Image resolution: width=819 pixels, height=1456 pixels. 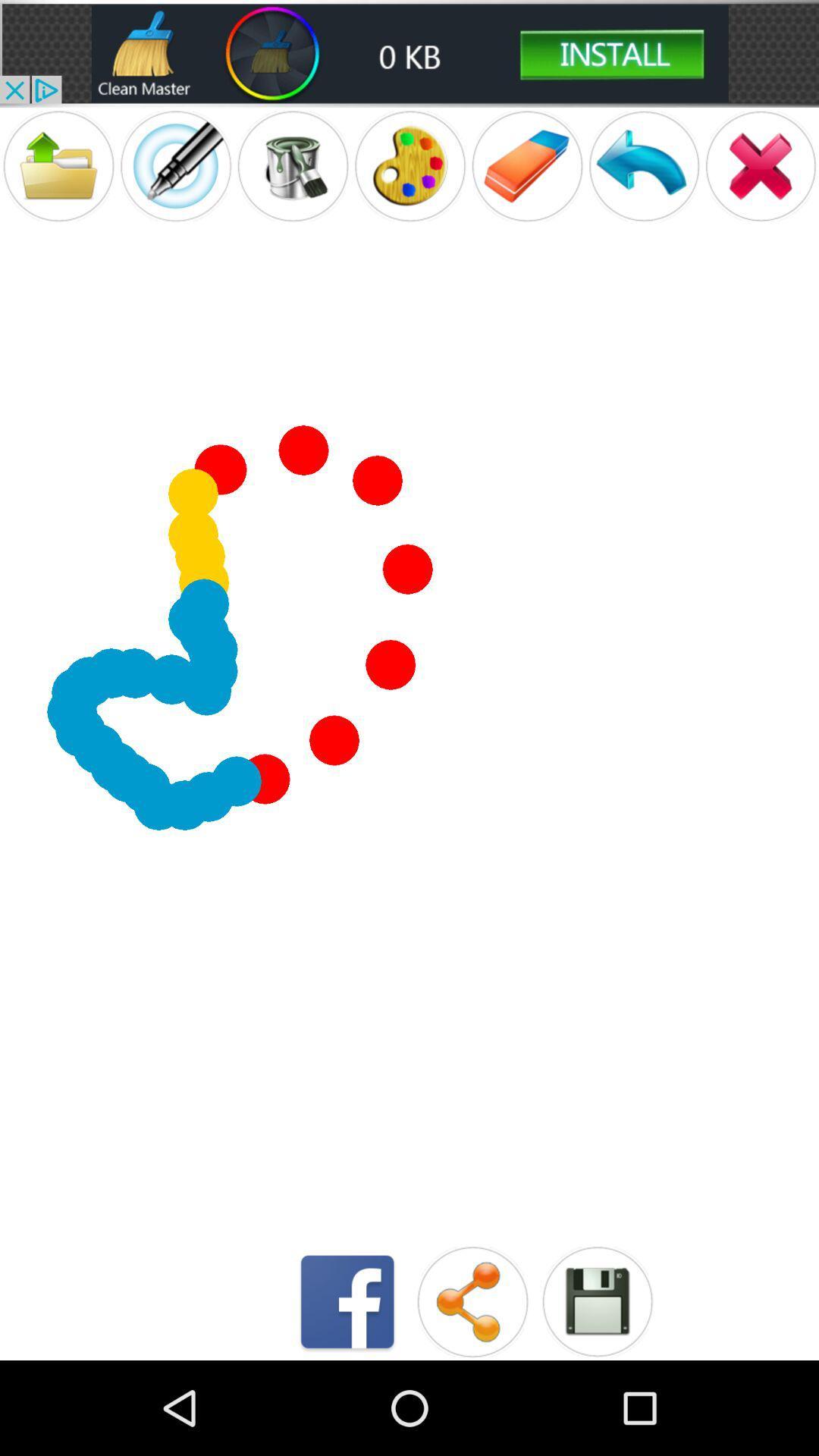 What do you see at coordinates (409, 53) in the screenshot?
I see `open advertisement` at bounding box center [409, 53].